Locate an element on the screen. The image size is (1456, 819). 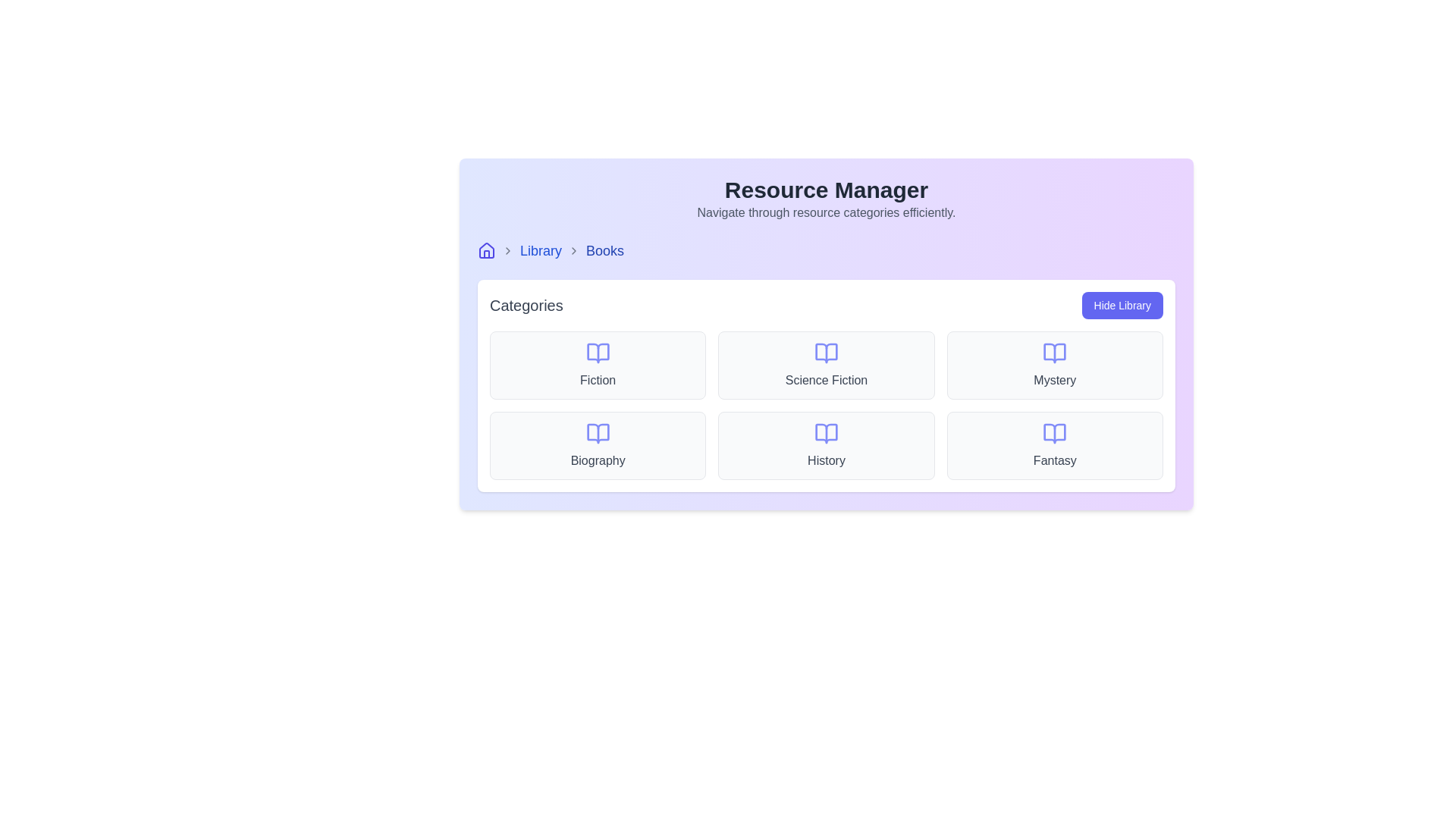
the indigo open book icon representing the 'Mystery' category in the category selection panel is located at coordinates (1054, 353).